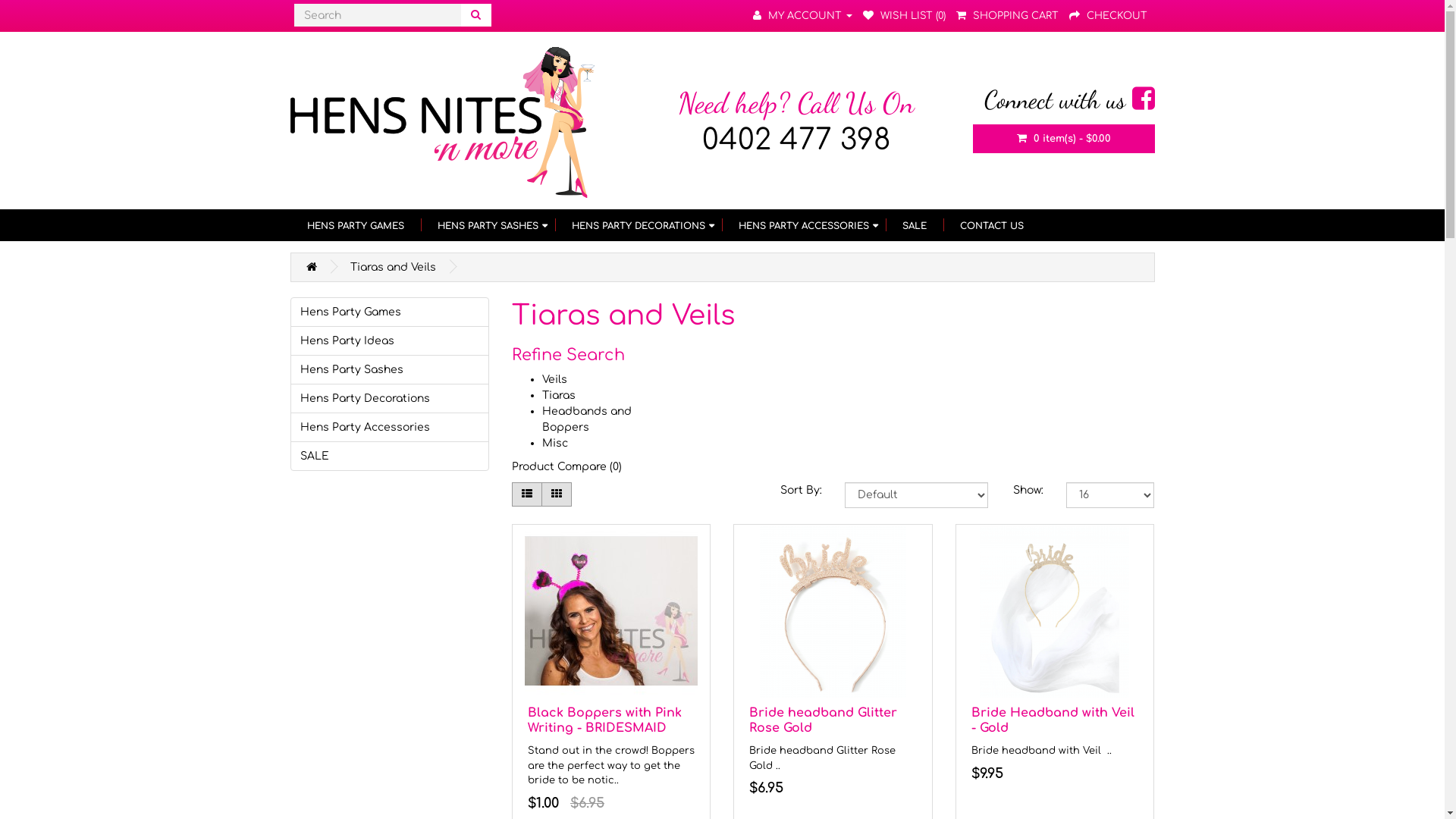 Image resolution: width=1456 pixels, height=819 pixels. Describe the element at coordinates (554, 225) in the screenshot. I see `'HENS PARTY DECORATIONS'` at that location.